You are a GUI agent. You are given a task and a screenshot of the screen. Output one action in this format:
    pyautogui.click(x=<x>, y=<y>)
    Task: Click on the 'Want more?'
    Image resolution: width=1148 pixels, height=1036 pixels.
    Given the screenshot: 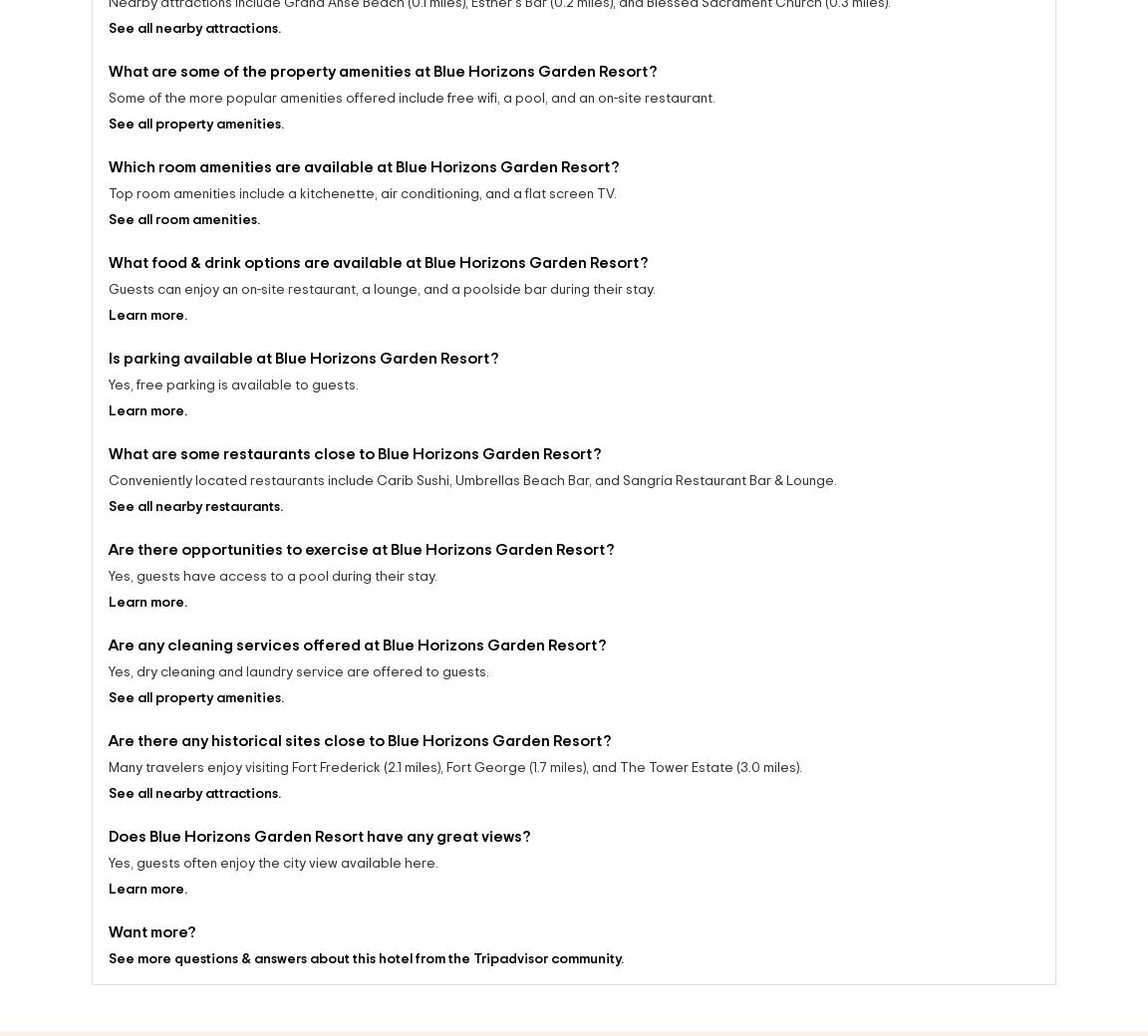 What is the action you would take?
    pyautogui.click(x=151, y=936)
    